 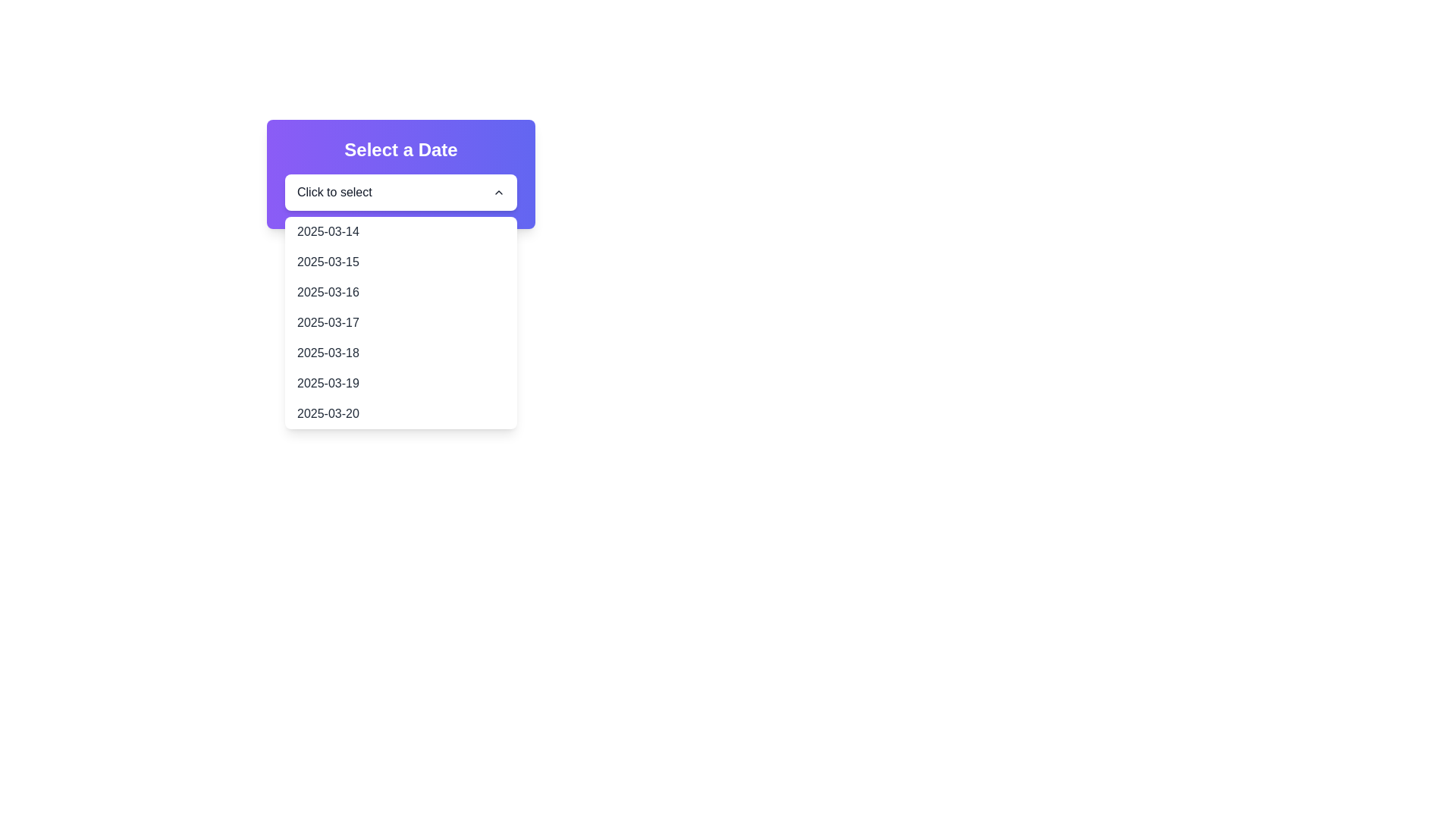 I want to click on the third option in the dropdown menu displaying '2025-03-16', so click(x=400, y=292).